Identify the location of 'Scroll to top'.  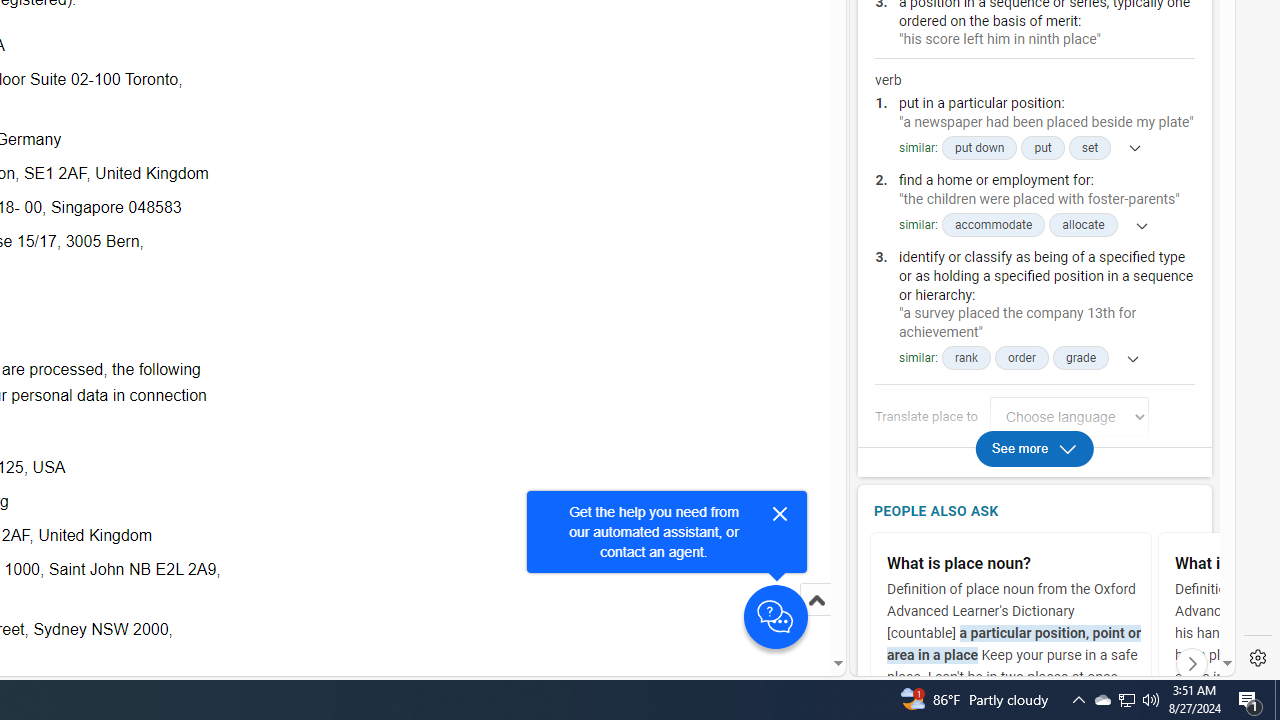
(816, 620).